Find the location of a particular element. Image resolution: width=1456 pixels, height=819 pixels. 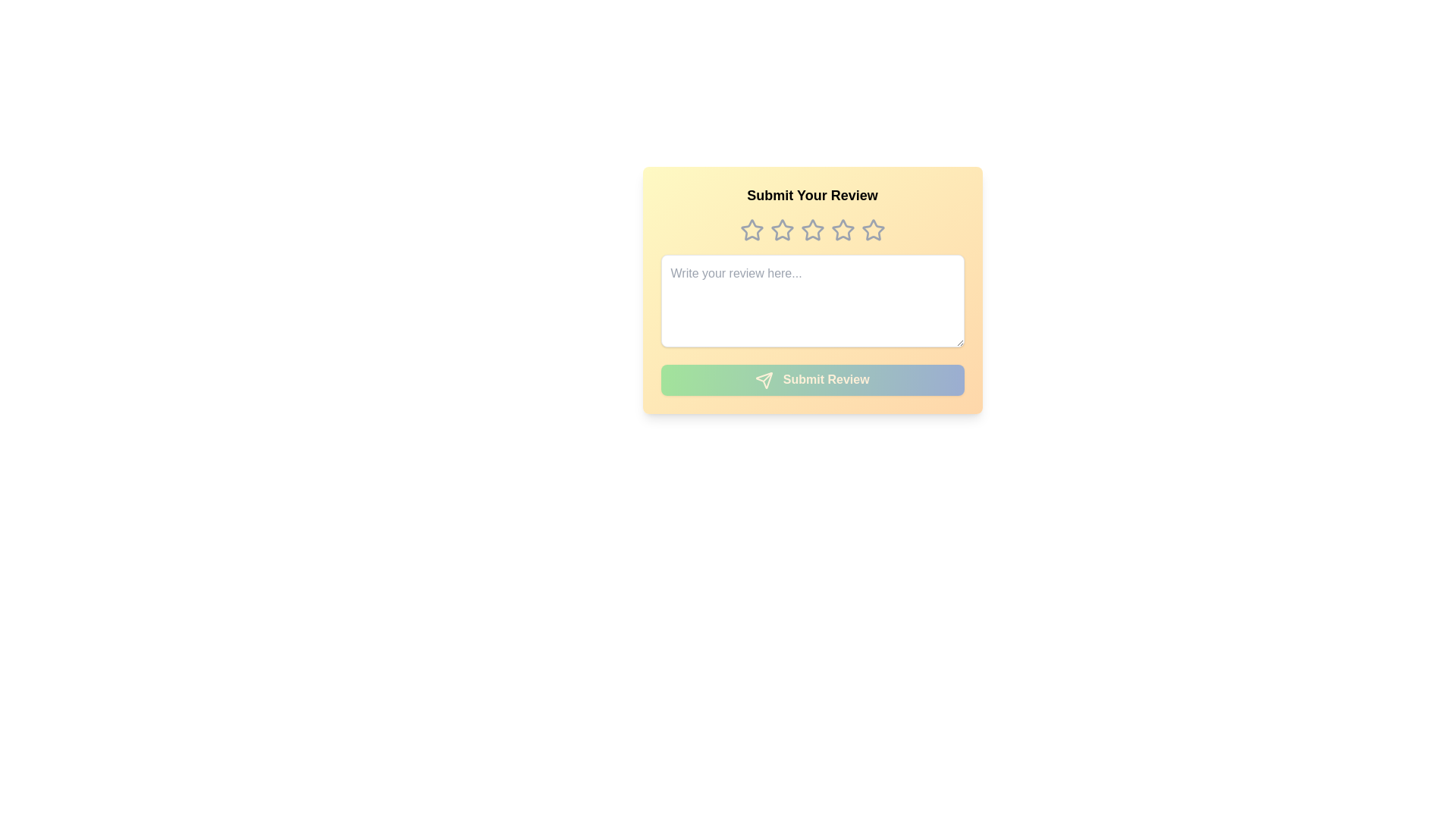

the SVG element that represents an action within the 'Submit Review' button, located near the left side of the text content is located at coordinates (767, 376).